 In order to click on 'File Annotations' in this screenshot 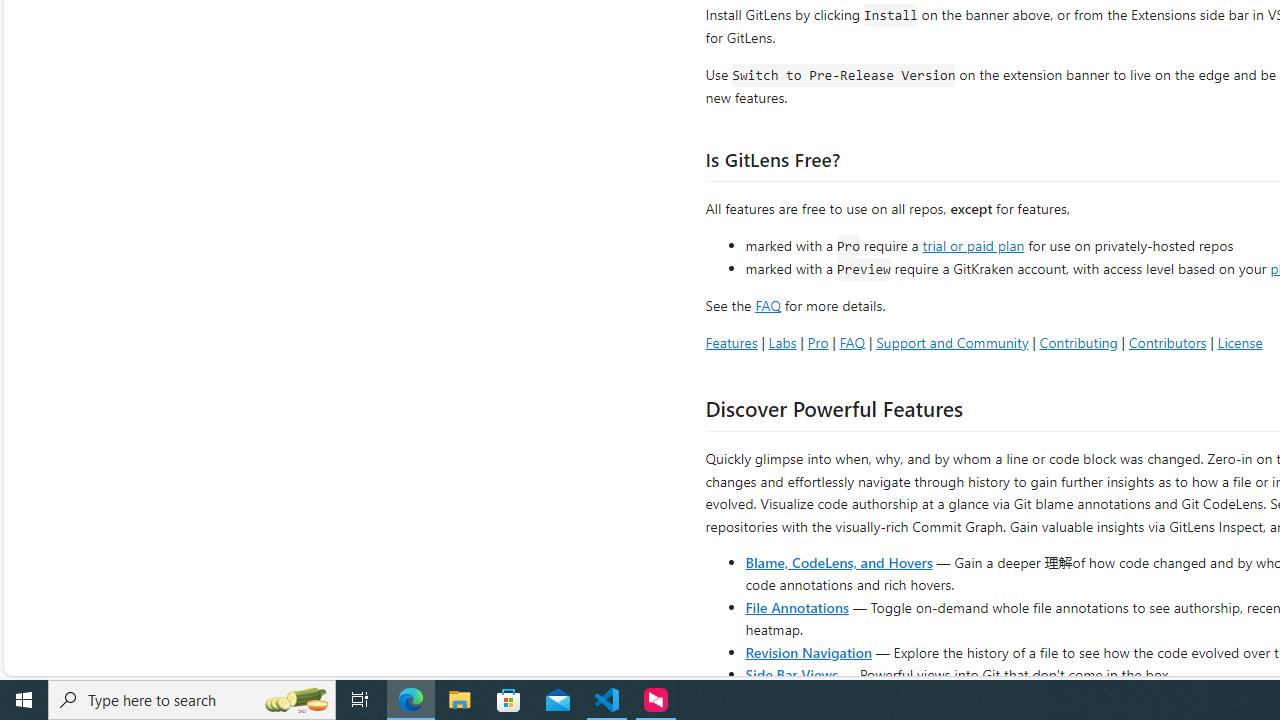, I will do `click(795, 605)`.